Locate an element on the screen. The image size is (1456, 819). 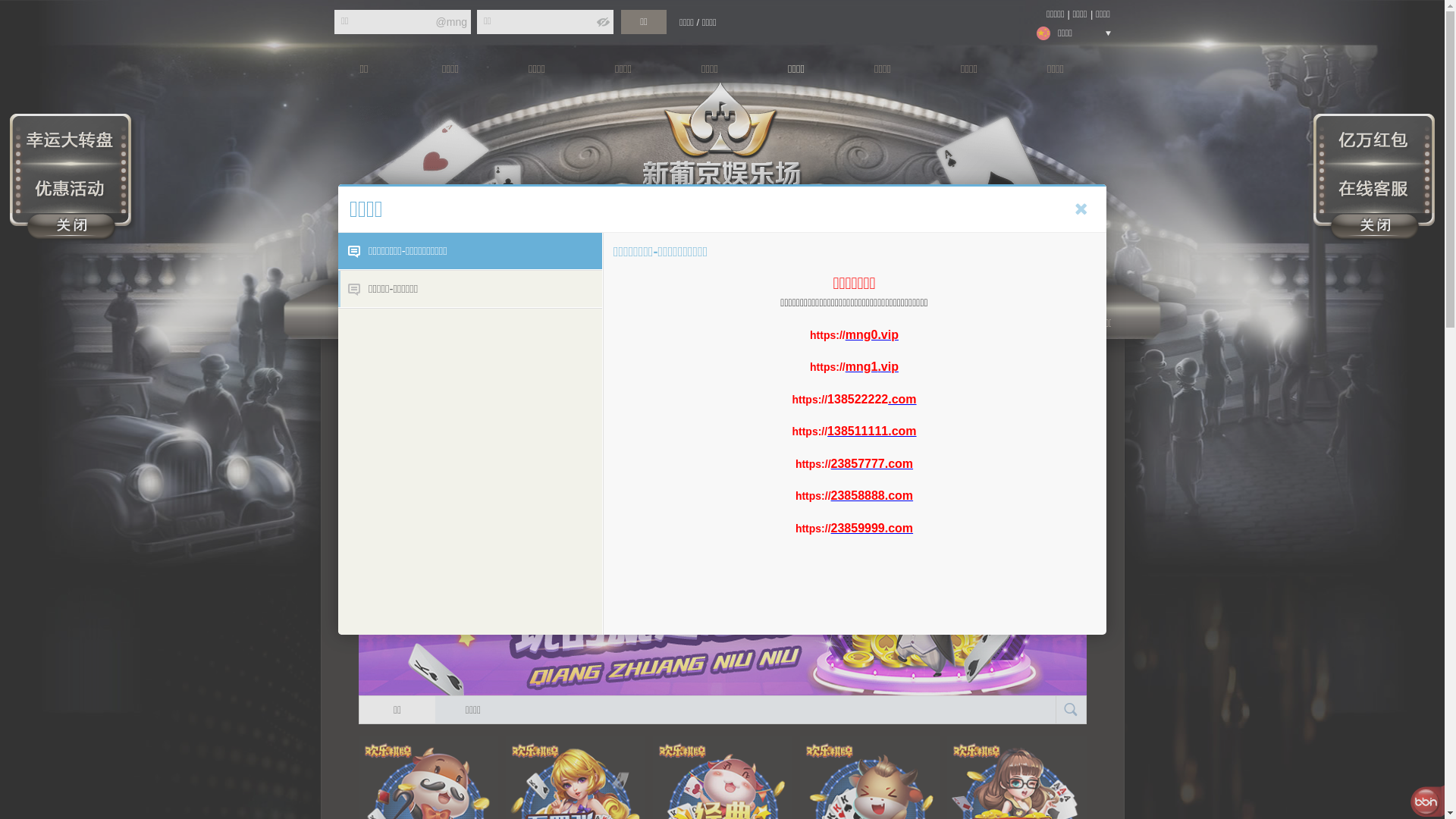
'23858888.com' is located at coordinates (872, 495).